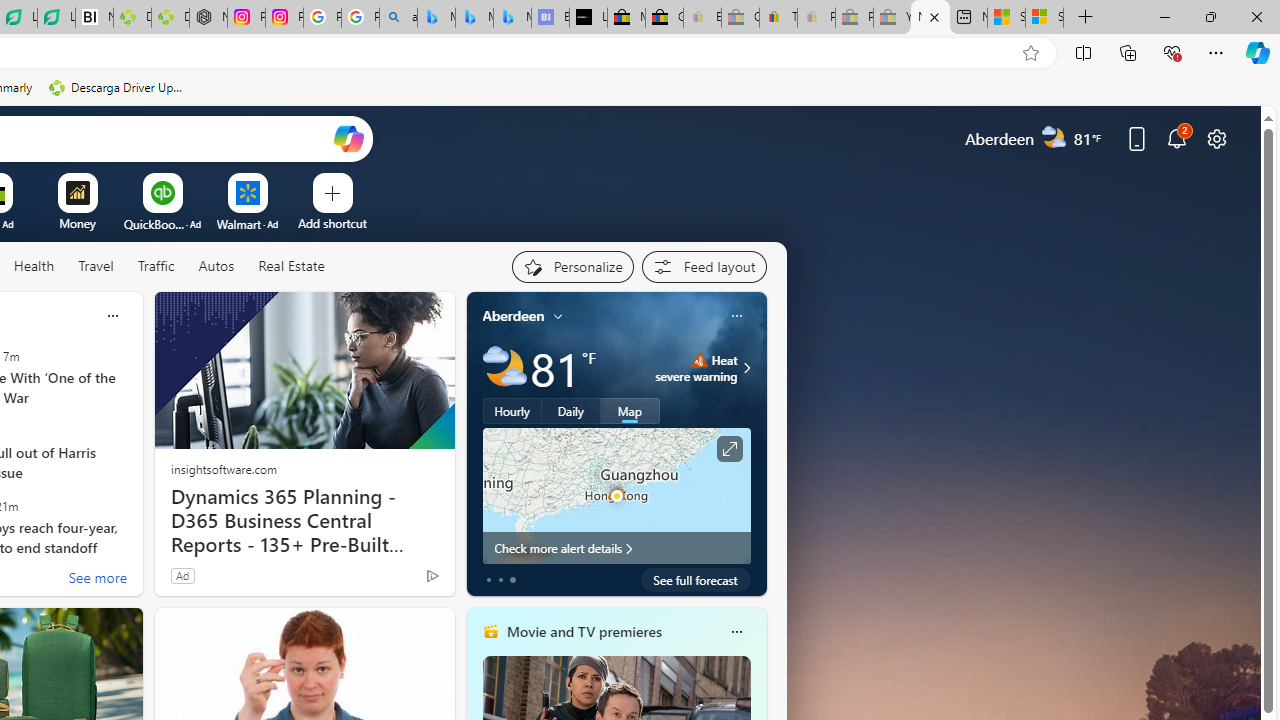 This screenshot has width=1280, height=720. Describe the element at coordinates (695, 579) in the screenshot. I see `'See full forecast'` at that location.